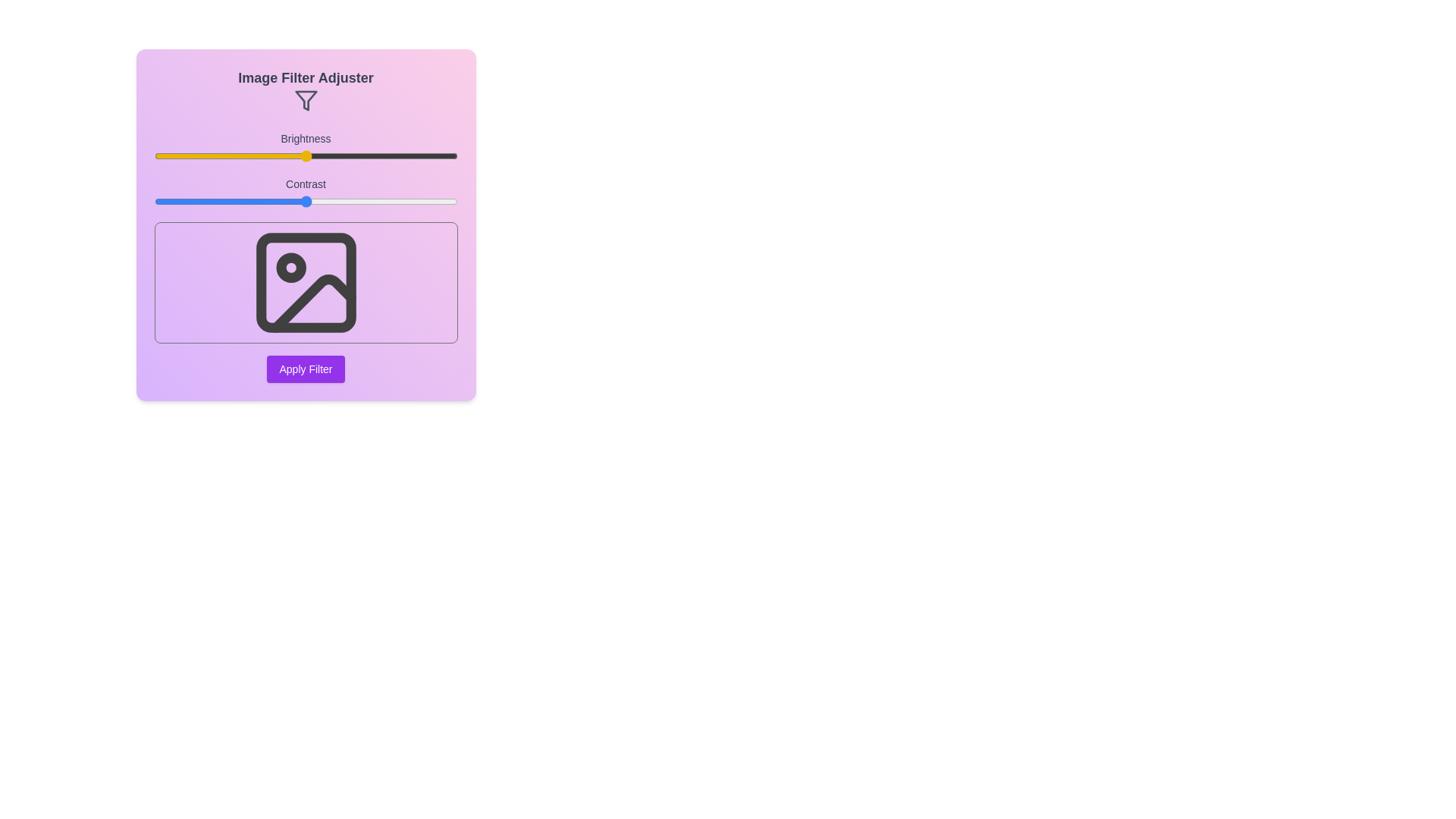 The image size is (1456, 819). What do you see at coordinates (166, 155) in the screenshot?
I see `the brightness slider to 4%` at bounding box center [166, 155].